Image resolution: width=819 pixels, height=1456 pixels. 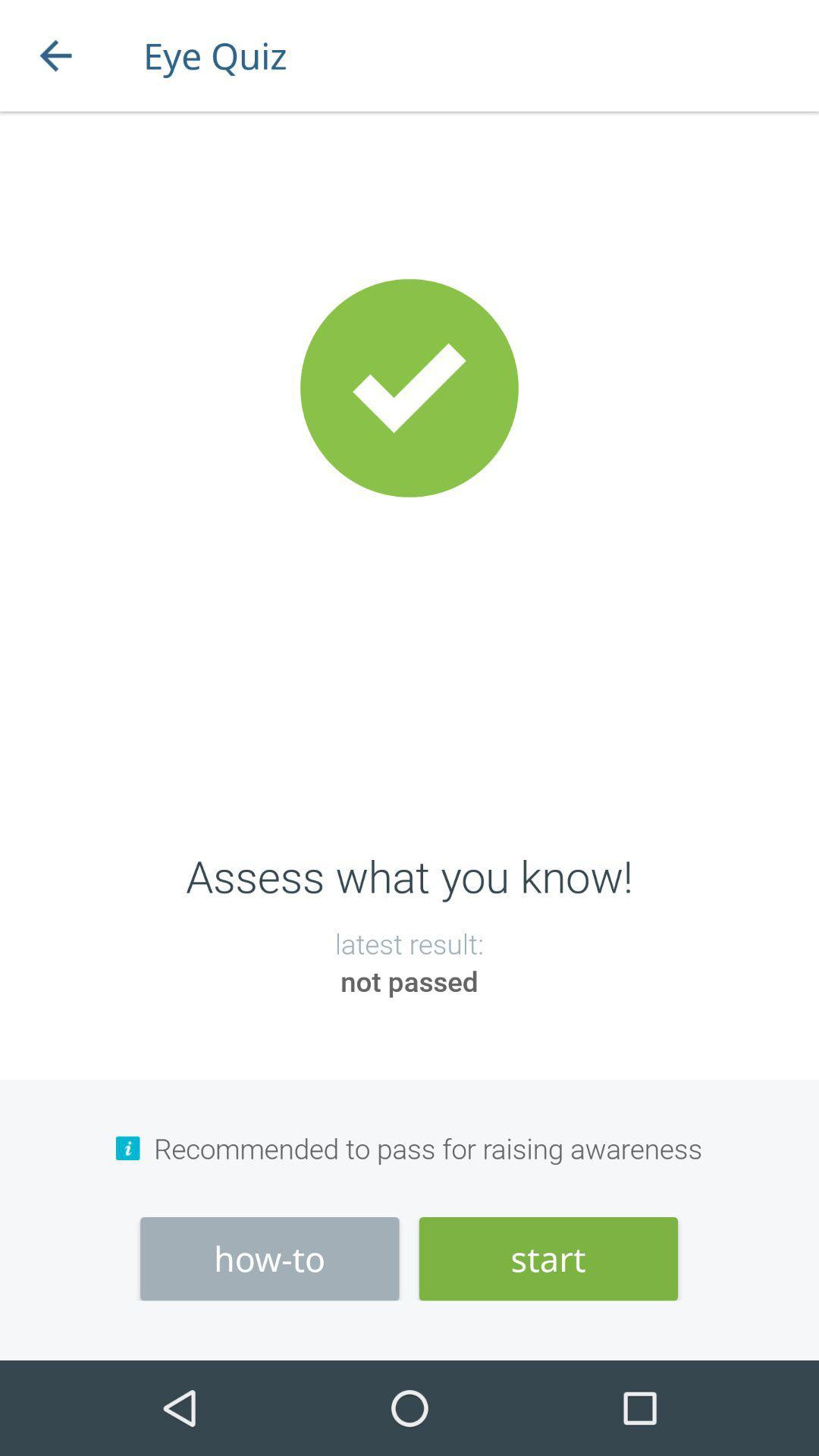 What do you see at coordinates (55, 55) in the screenshot?
I see `the icon next to the eye quiz` at bounding box center [55, 55].